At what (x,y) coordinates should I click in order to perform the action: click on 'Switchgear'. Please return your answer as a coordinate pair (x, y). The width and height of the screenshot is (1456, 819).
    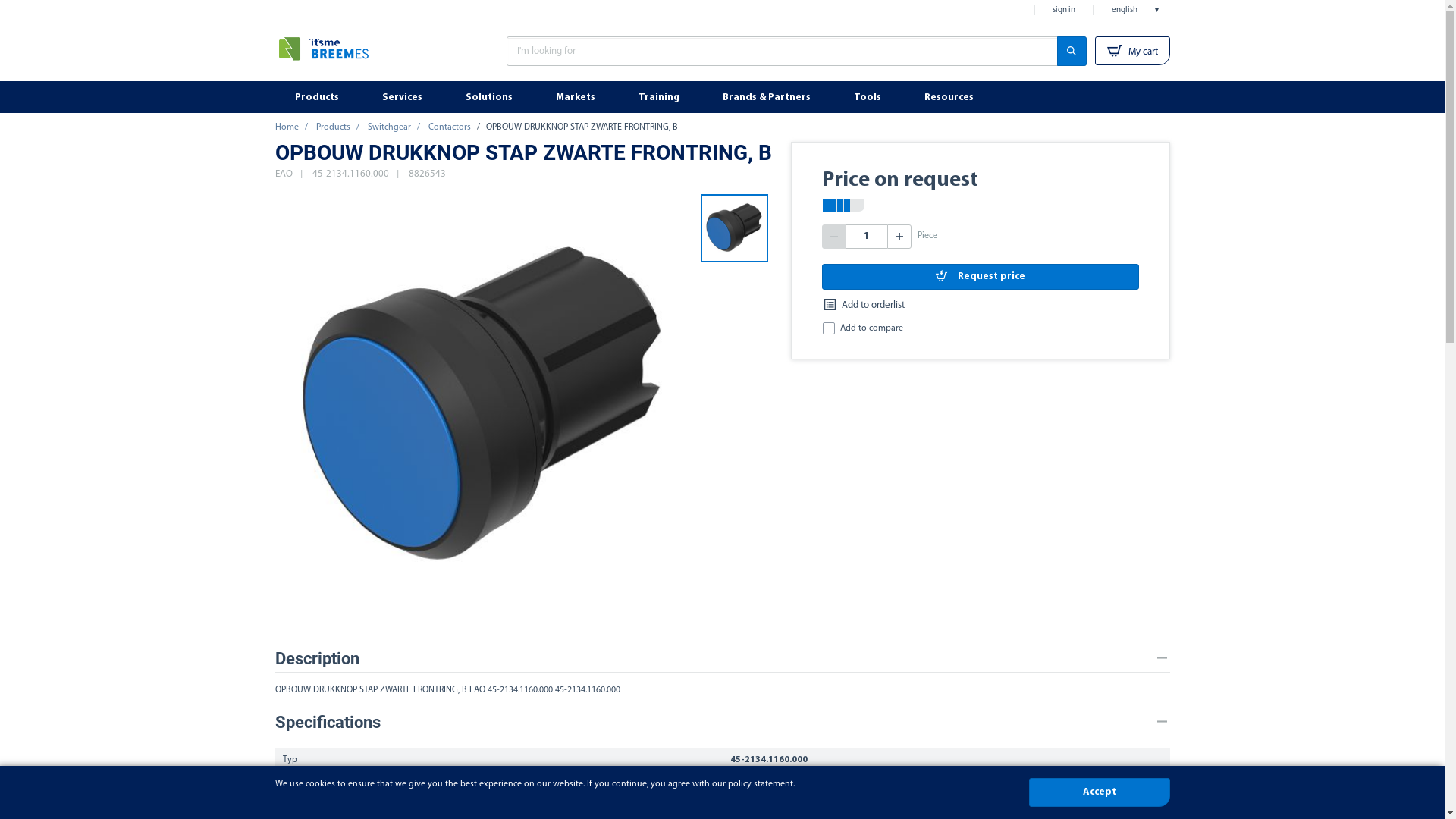
    Looking at the image, I should click on (367, 127).